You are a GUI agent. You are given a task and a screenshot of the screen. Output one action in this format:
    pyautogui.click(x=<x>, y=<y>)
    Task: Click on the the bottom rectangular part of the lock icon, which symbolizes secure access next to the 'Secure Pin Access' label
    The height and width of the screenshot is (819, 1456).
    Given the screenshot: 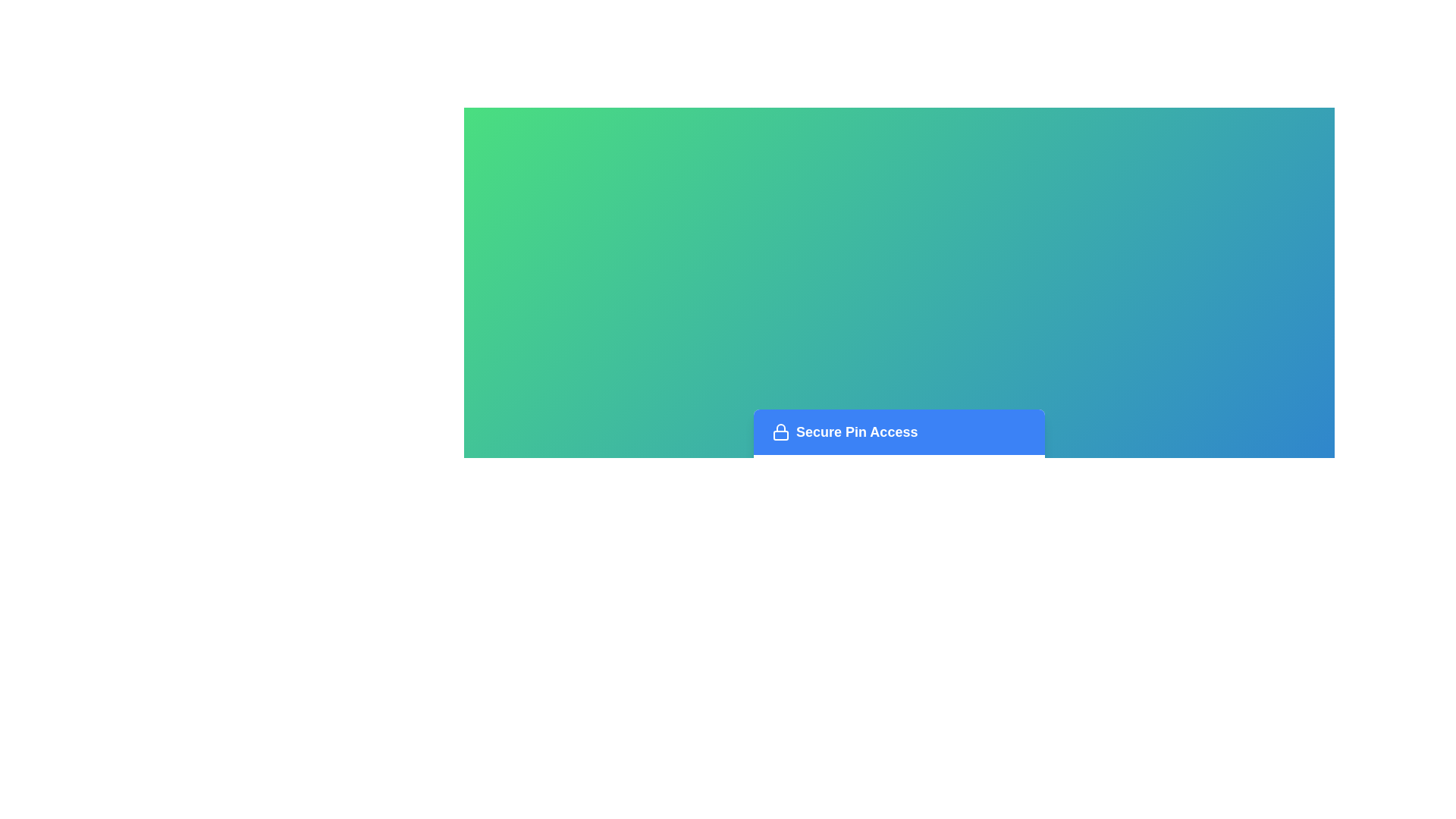 What is the action you would take?
    pyautogui.click(x=781, y=435)
    